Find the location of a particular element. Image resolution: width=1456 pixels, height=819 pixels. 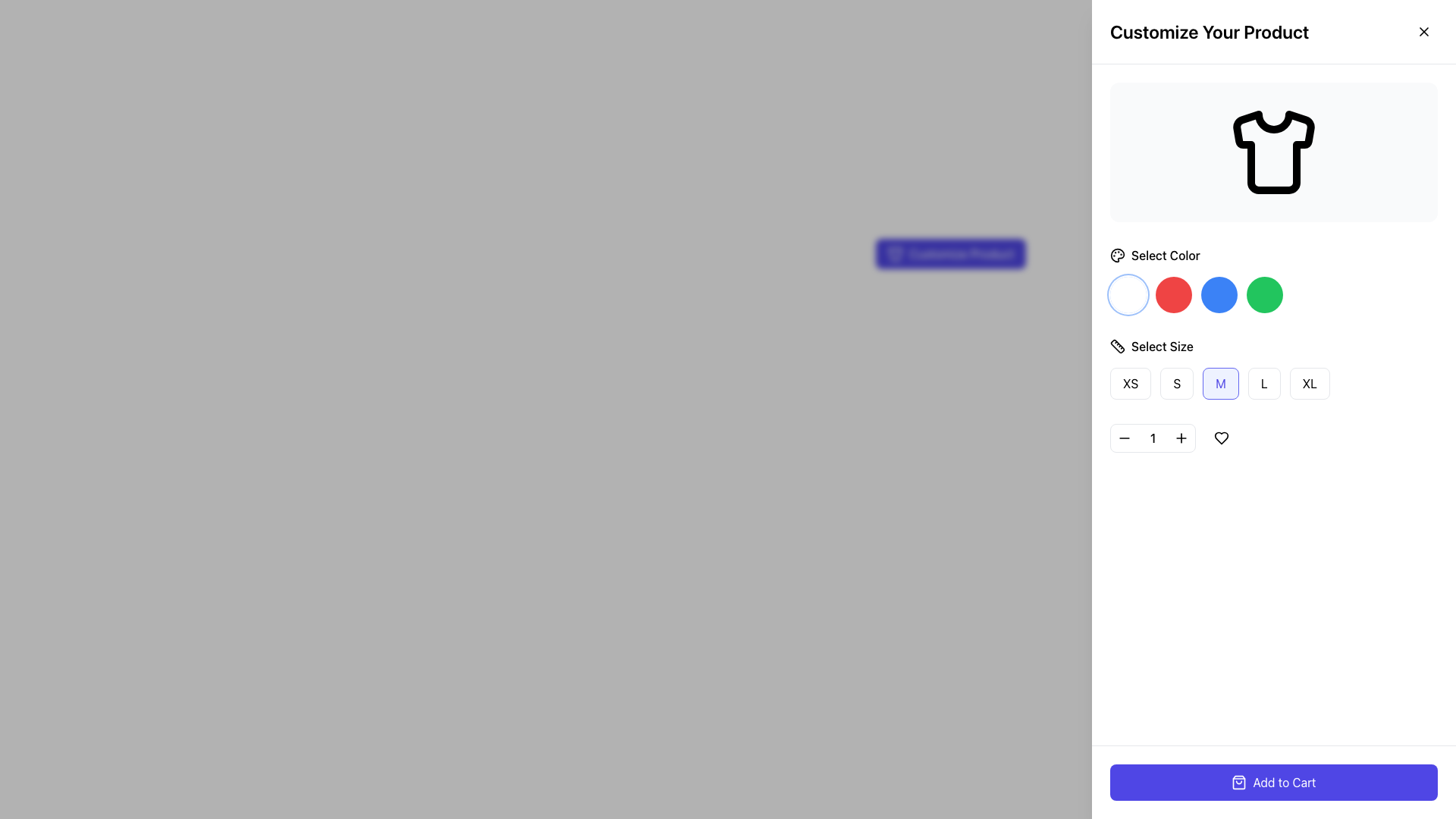

the plus icon button located at the bottom-right of the right-hand side panel to increment a value is located at coordinates (1181, 438).